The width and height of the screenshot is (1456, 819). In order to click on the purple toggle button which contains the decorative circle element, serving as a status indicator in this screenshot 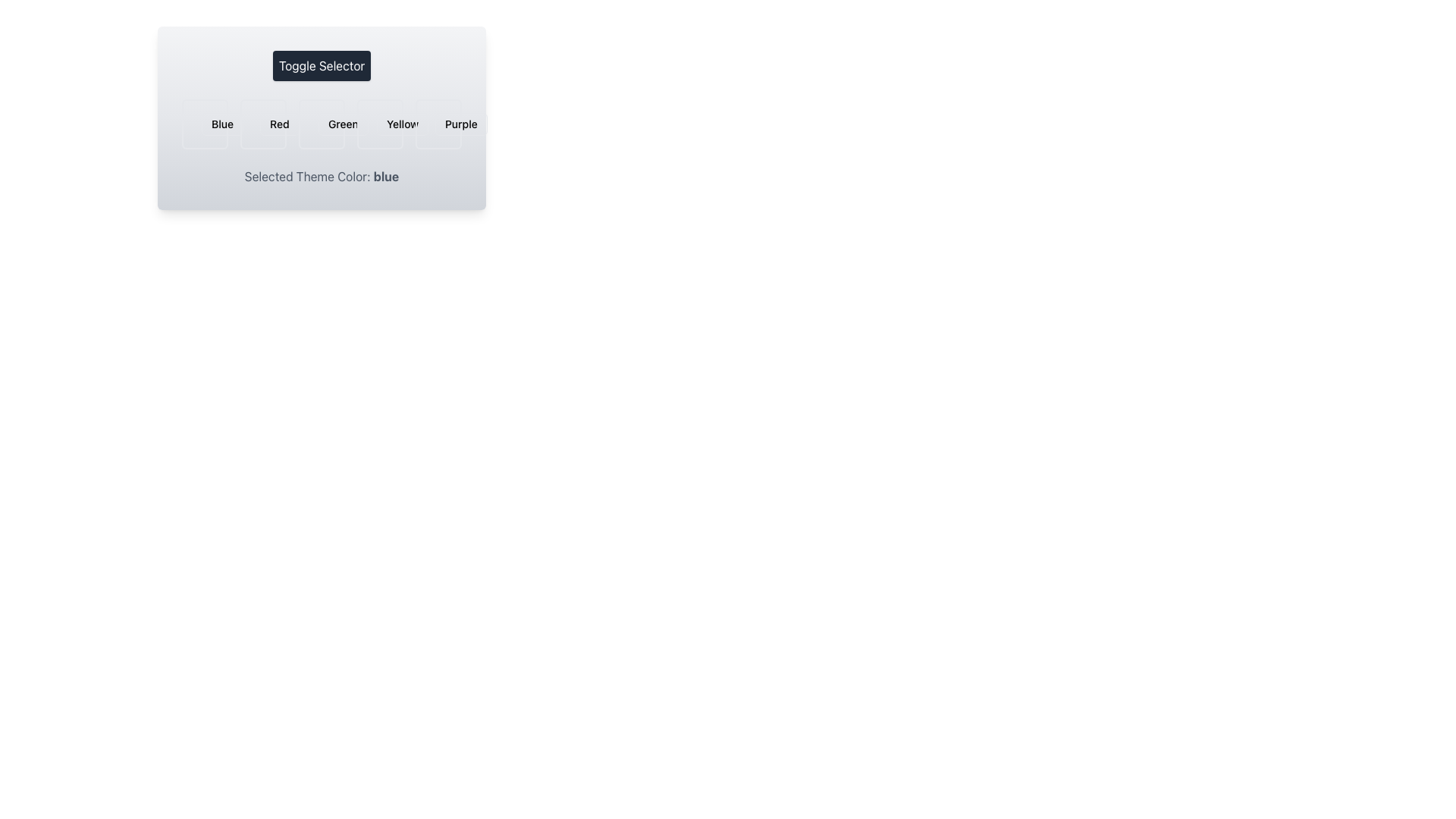, I will do `click(437, 124)`.